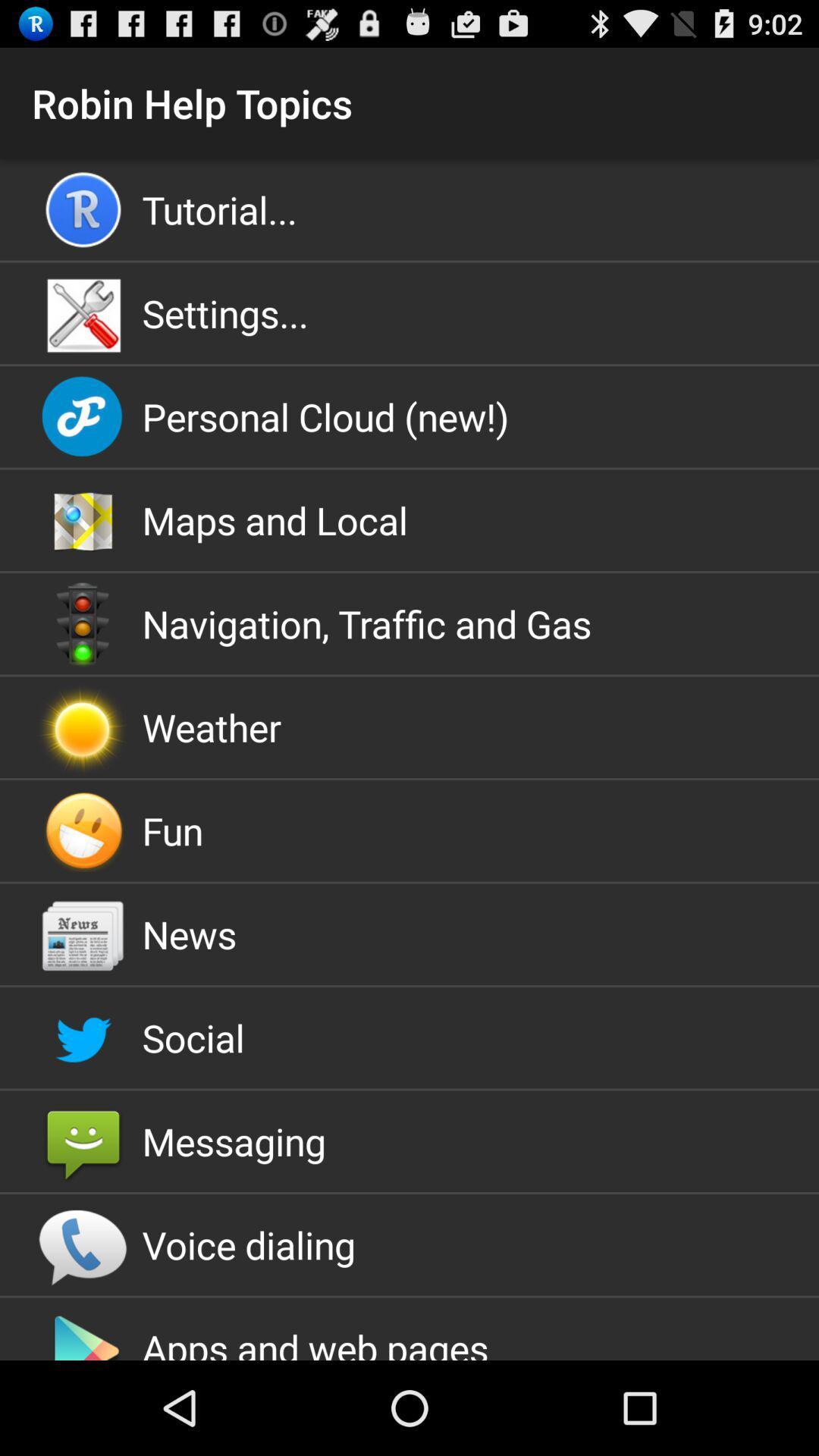  What do you see at coordinates (409, 209) in the screenshot?
I see `the  tutorial... app` at bounding box center [409, 209].